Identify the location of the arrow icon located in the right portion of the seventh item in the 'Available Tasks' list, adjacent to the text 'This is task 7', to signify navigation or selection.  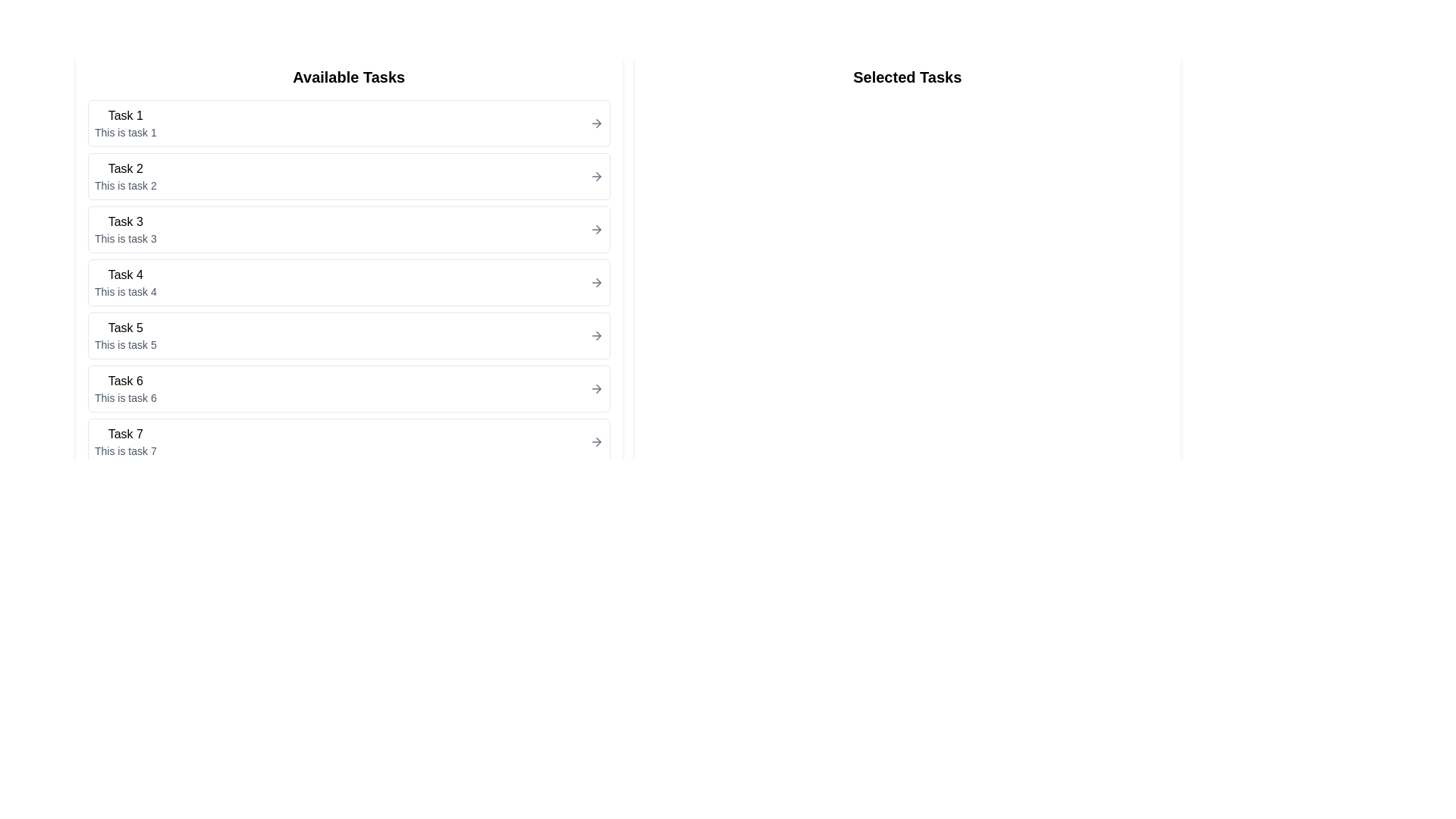
(598, 441).